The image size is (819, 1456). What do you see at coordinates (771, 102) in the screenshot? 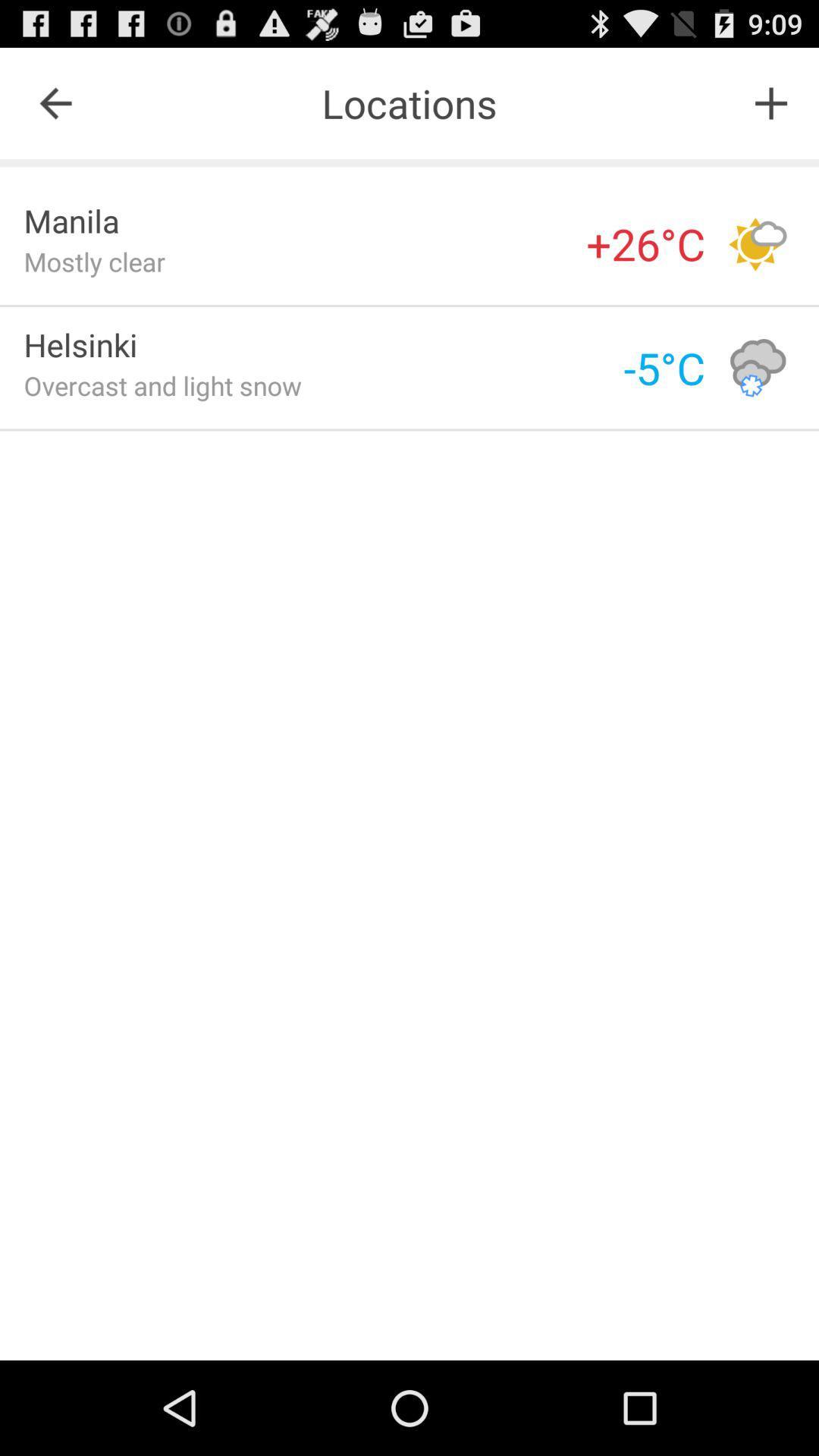
I see `the item to the right of the locations` at bounding box center [771, 102].